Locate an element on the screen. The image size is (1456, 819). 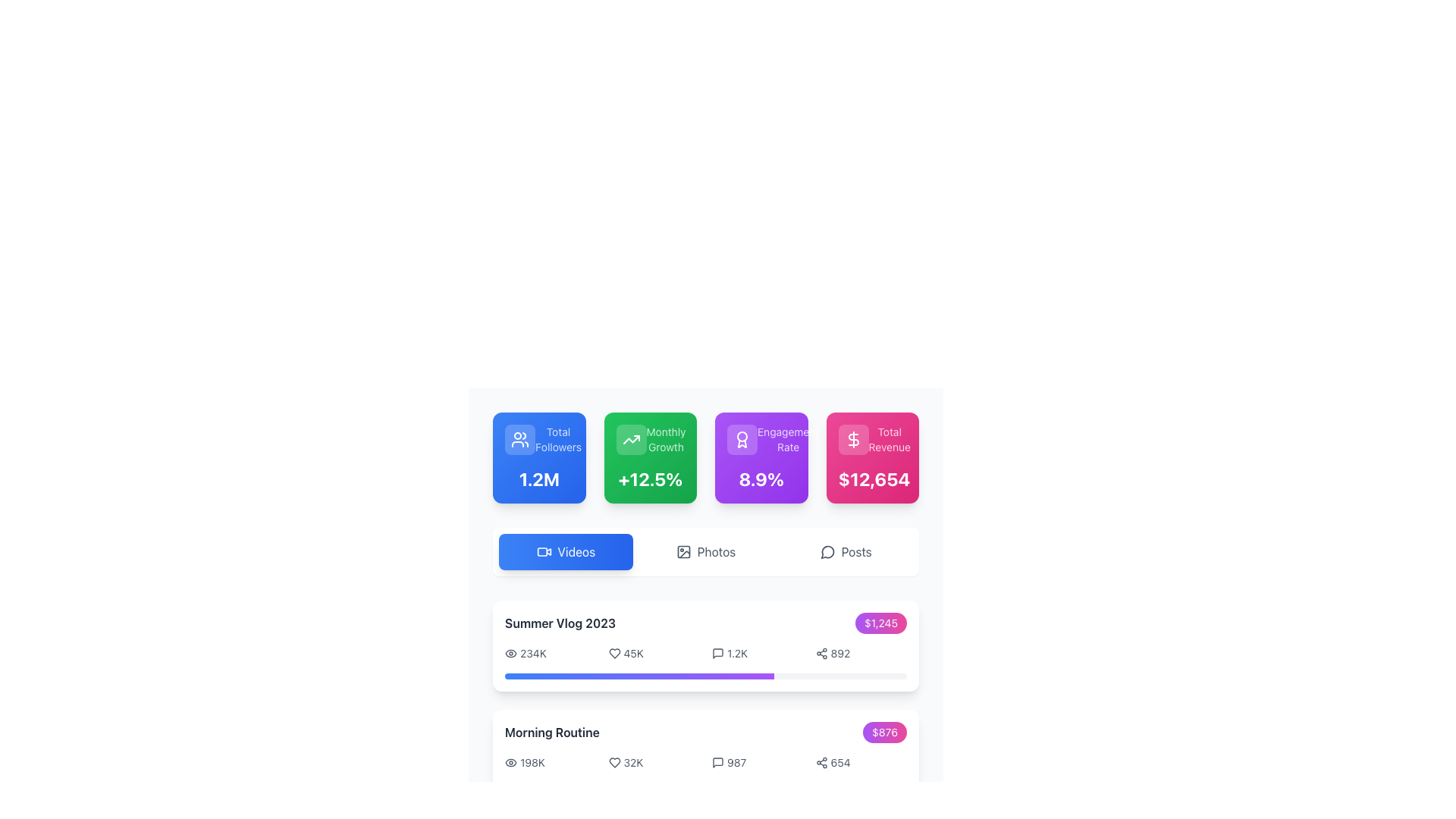
the Informational card displaying 'Total Revenue' with a pink gradient background located in the top-right corner of the grid is located at coordinates (872, 457).